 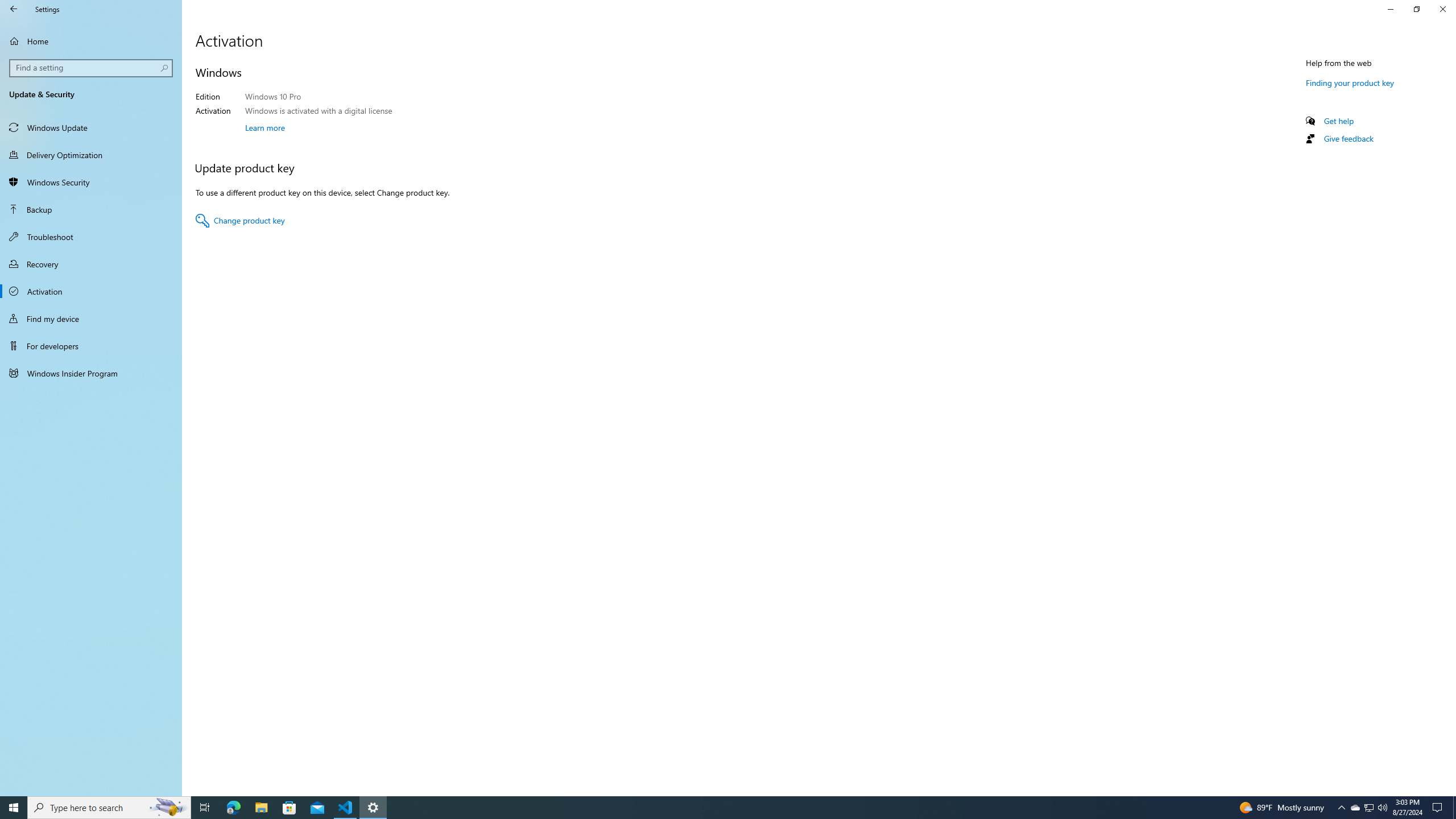 What do you see at coordinates (373, 806) in the screenshot?
I see `'Settings - 1 running window'` at bounding box center [373, 806].